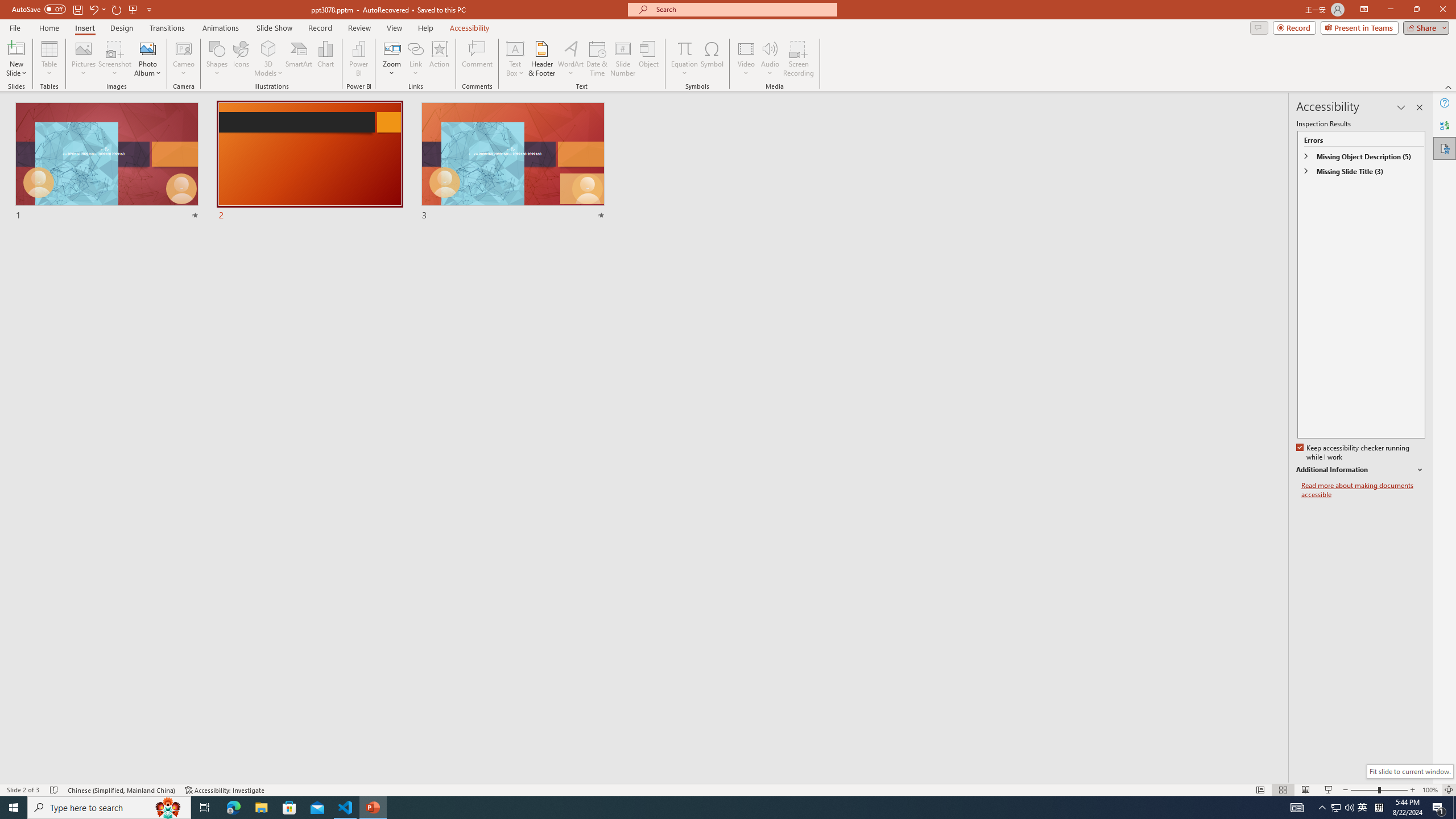 The width and height of the screenshot is (1456, 819). I want to click on 'Restore Down', so click(1416, 9).